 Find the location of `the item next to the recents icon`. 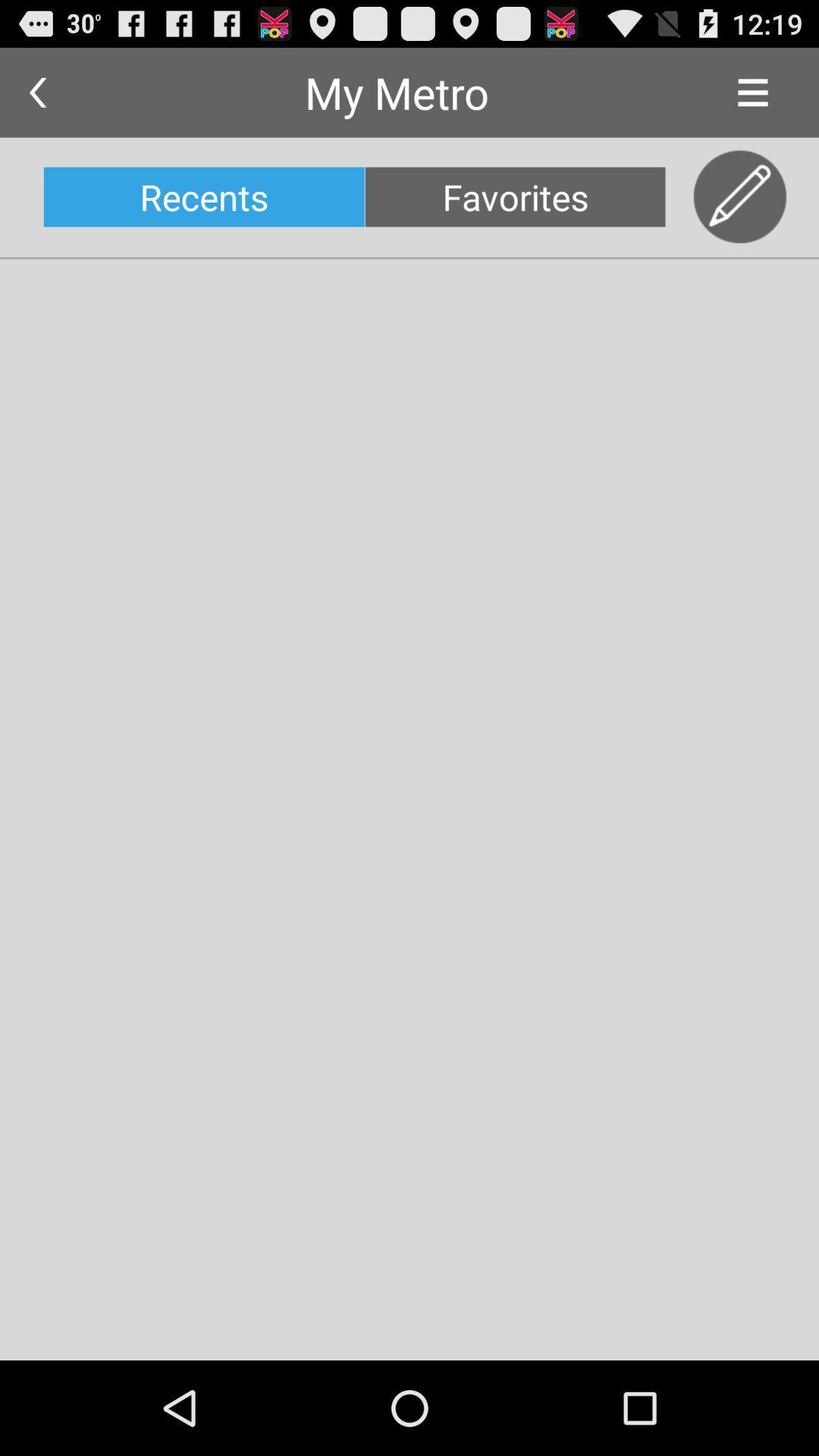

the item next to the recents icon is located at coordinates (514, 196).